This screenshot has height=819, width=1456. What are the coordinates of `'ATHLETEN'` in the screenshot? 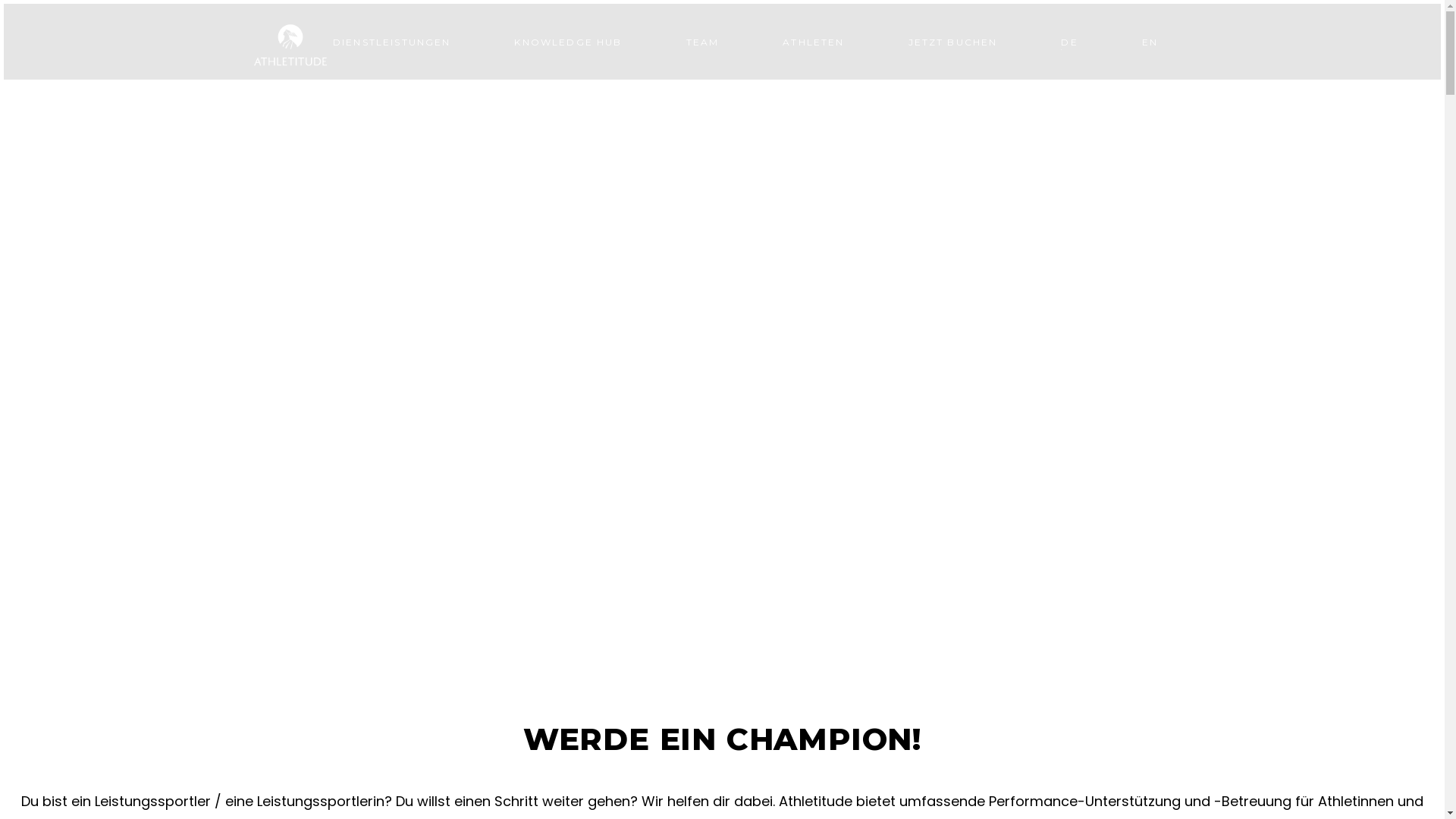 It's located at (812, 41).